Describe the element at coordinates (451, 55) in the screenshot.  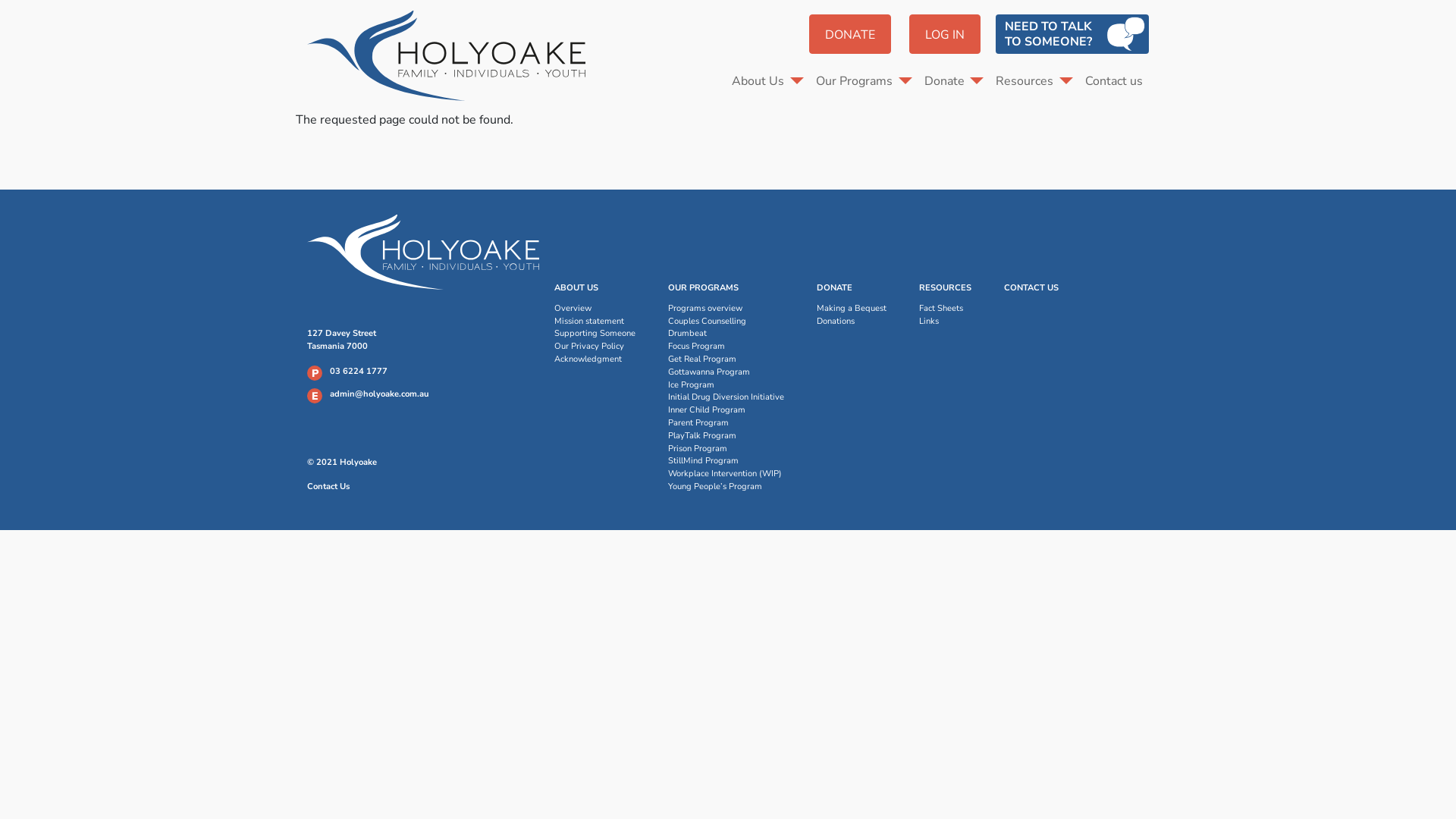
I see `'Home'` at that location.